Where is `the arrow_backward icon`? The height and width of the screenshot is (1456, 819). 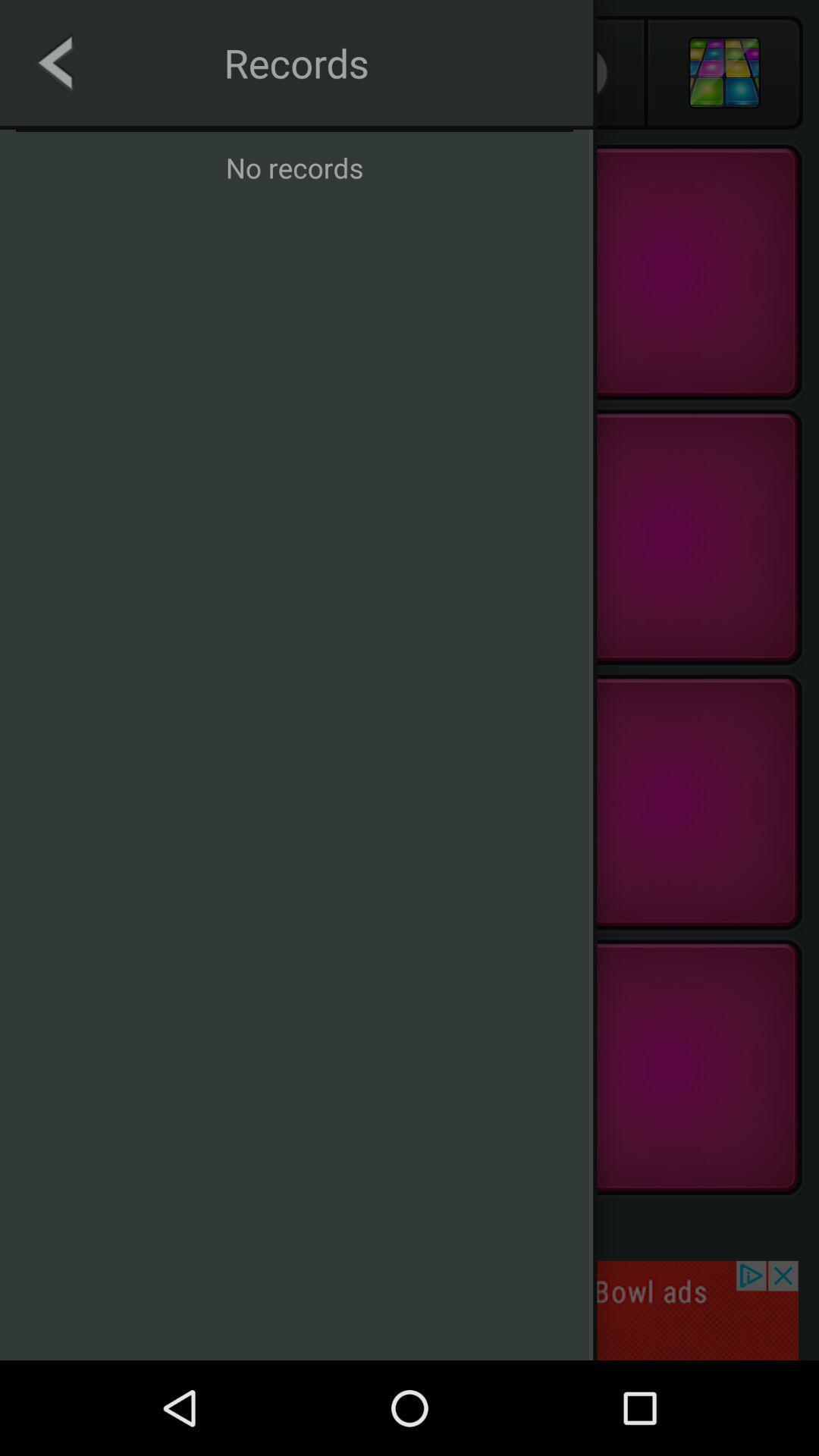 the arrow_backward icon is located at coordinates (94, 72).